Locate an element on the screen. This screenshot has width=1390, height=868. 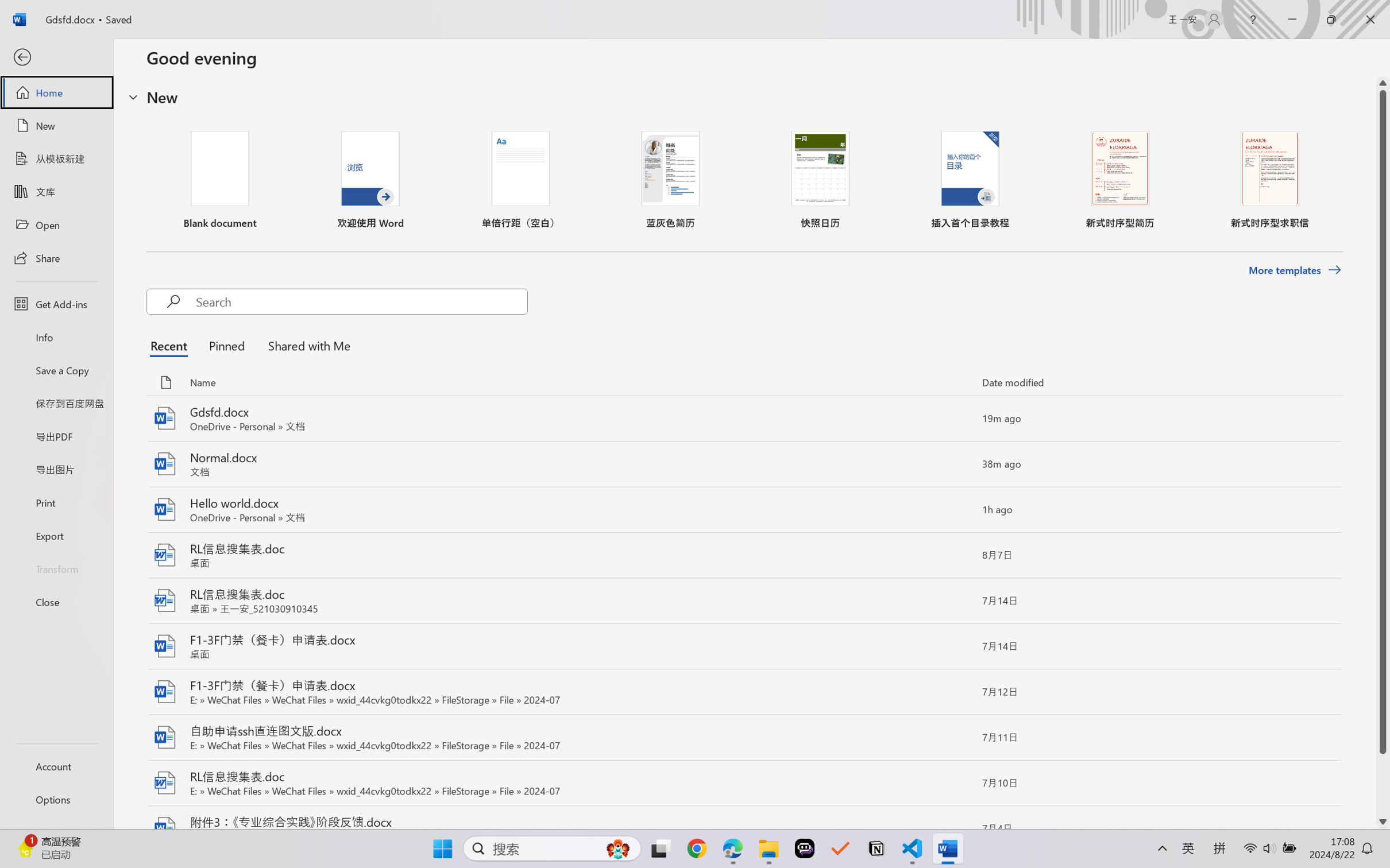
'Shared with Me' is located at coordinates (306, 345).